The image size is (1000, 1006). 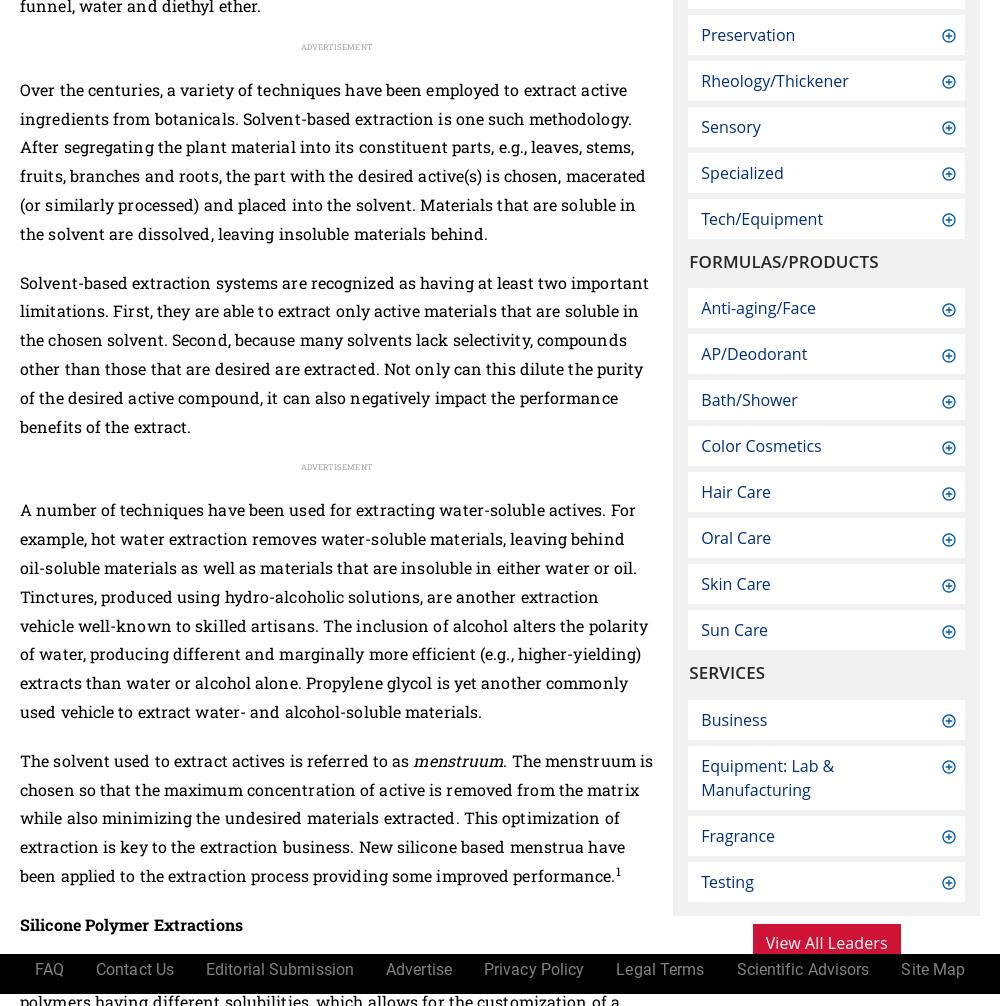 What do you see at coordinates (333, 610) in the screenshot?
I see `'A number of techniques have been used for extracting water-soluble actives. For example, hot water extraction removes water-soluble materials, leaving behind oil-soluble materials as well as materials that are insoluble in either water or oil. Tinctures, produced using hydro-alcoholic solutions, are another extraction vehicle well-known to skilled artisans. The inclusion of alcohol alters the polarity of water, producing different and marginally more efficient (e.g., higher-yielding) extracts than water or alcohol alone. Propylene glycol is yet another commonly used vehicle to extract water- and alcohol-soluble materials.'` at bounding box center [333, 610].